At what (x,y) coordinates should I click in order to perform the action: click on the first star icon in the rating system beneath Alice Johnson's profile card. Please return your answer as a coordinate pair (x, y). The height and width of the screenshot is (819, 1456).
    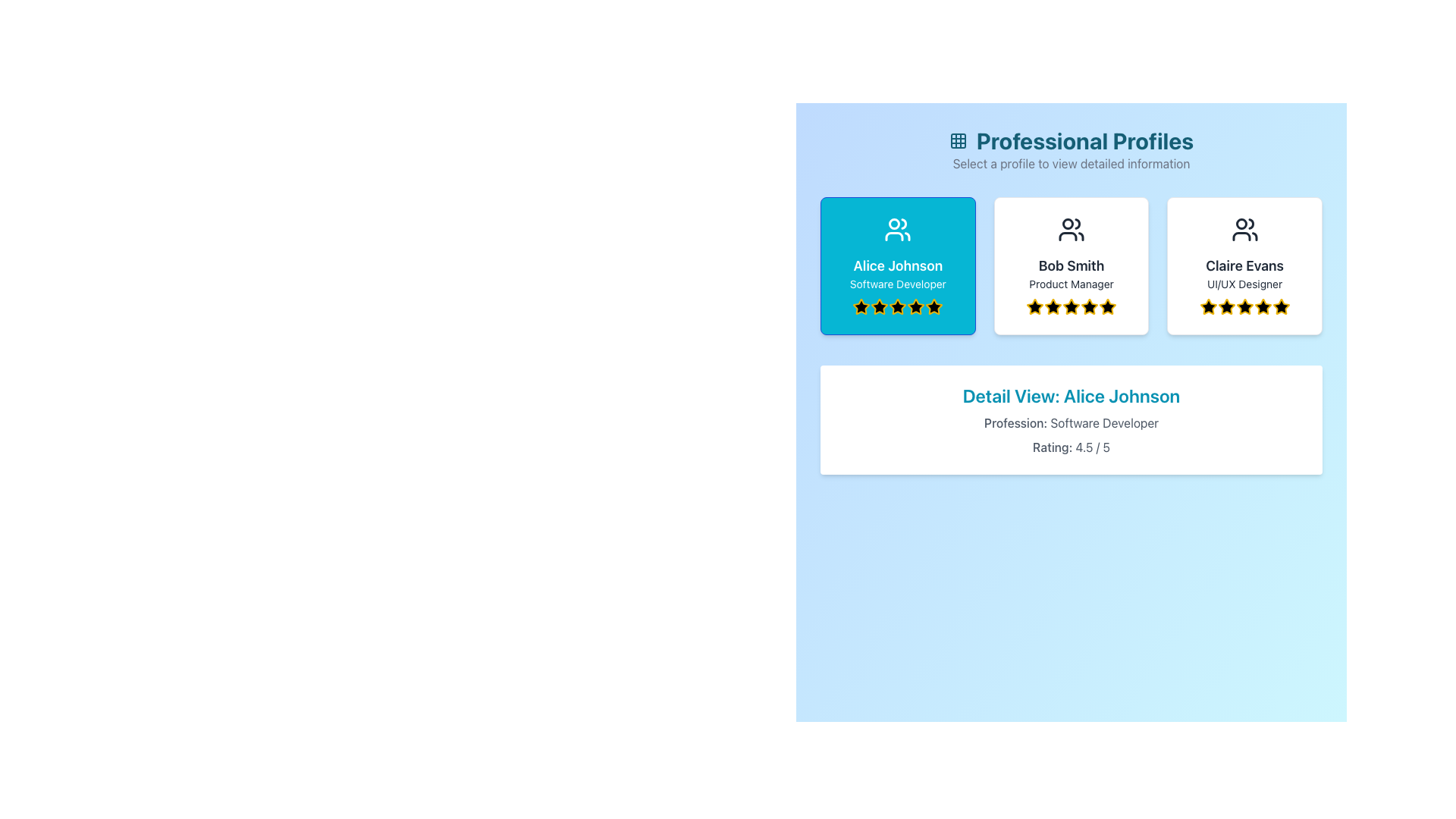
    Looking at the image, I should click on (861, 307).